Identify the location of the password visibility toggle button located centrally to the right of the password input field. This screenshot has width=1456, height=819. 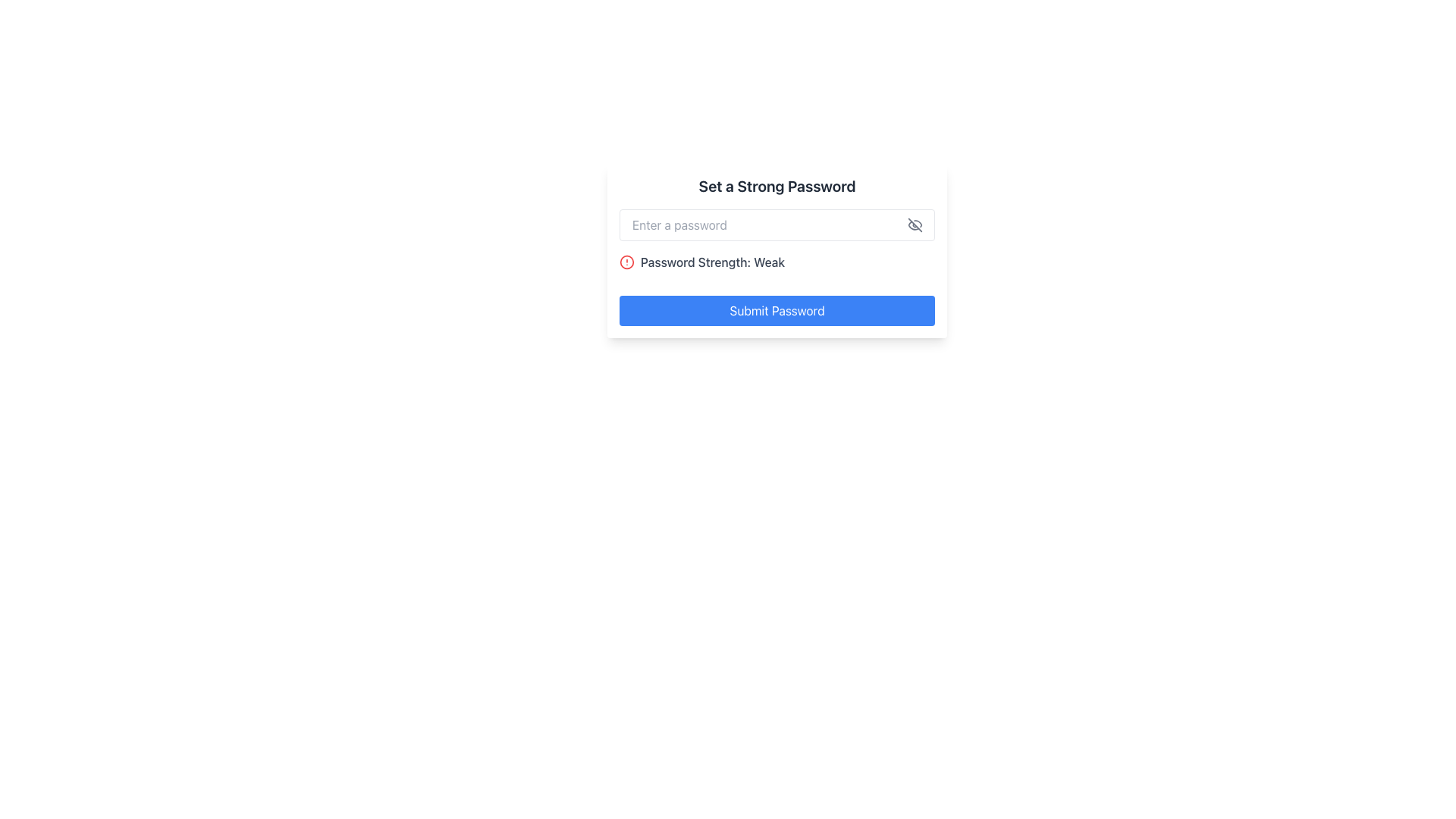
(914, 225).